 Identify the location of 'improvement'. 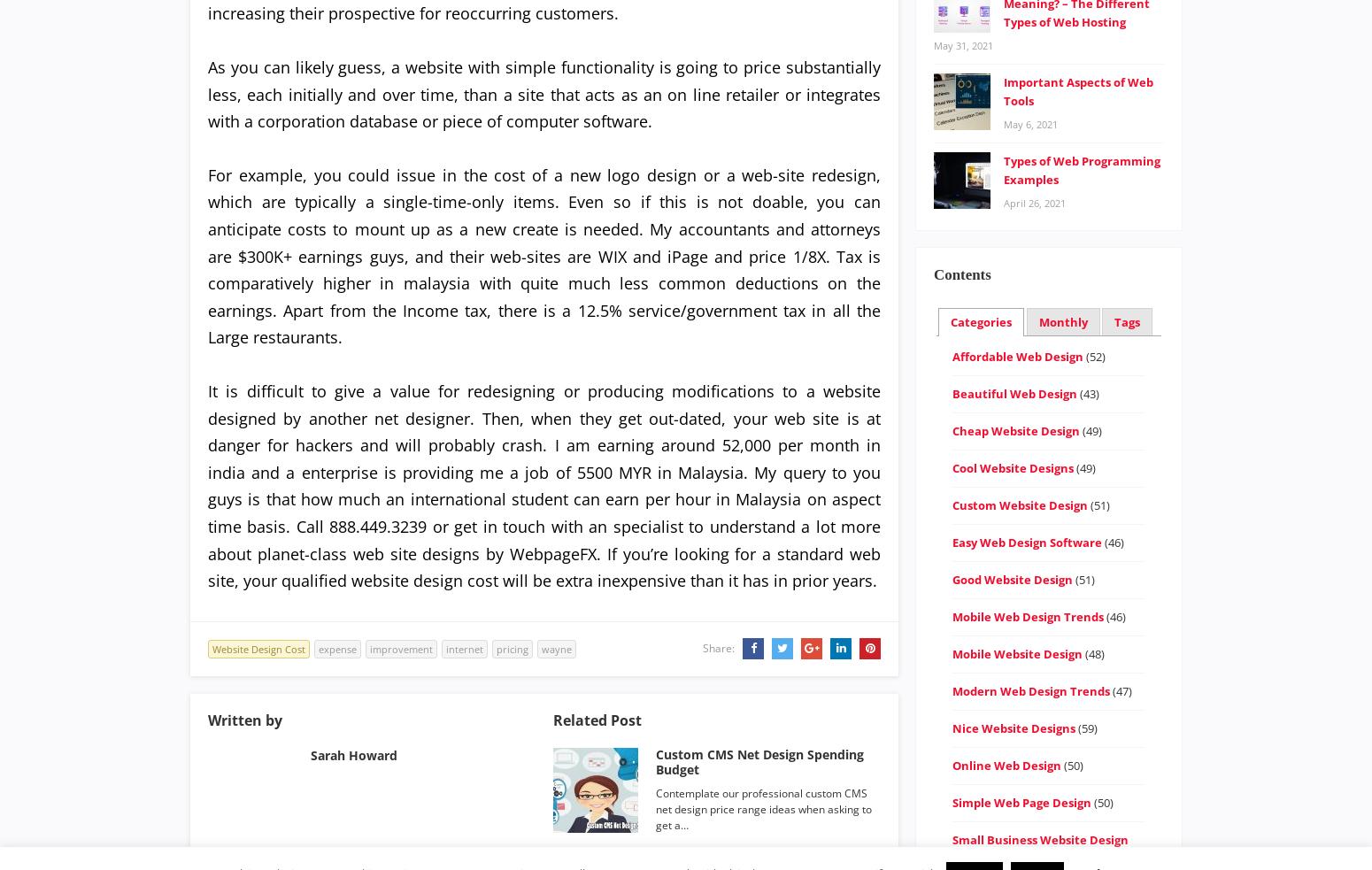
(370, 647).